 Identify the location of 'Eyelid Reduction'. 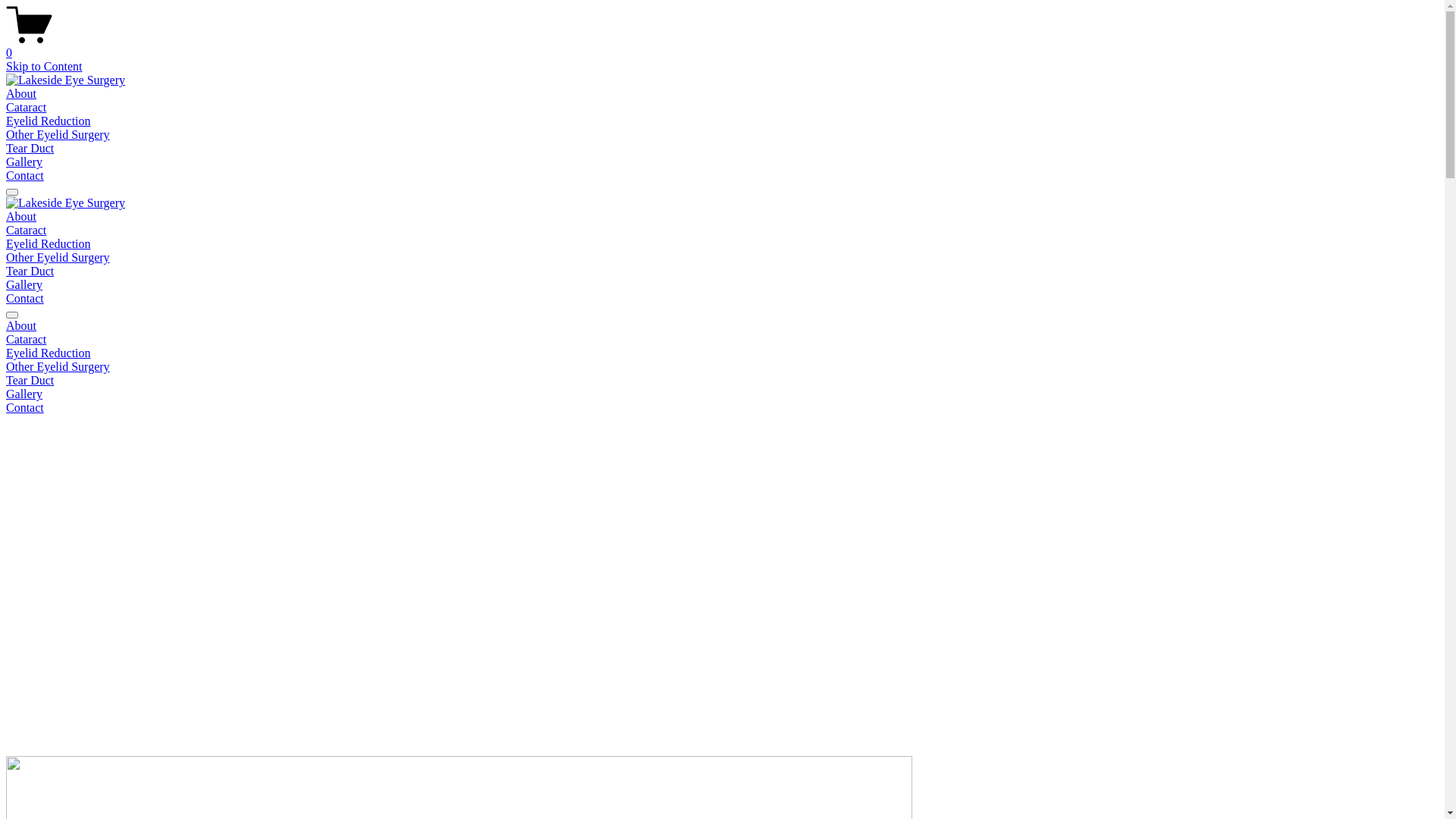
(48, 243).